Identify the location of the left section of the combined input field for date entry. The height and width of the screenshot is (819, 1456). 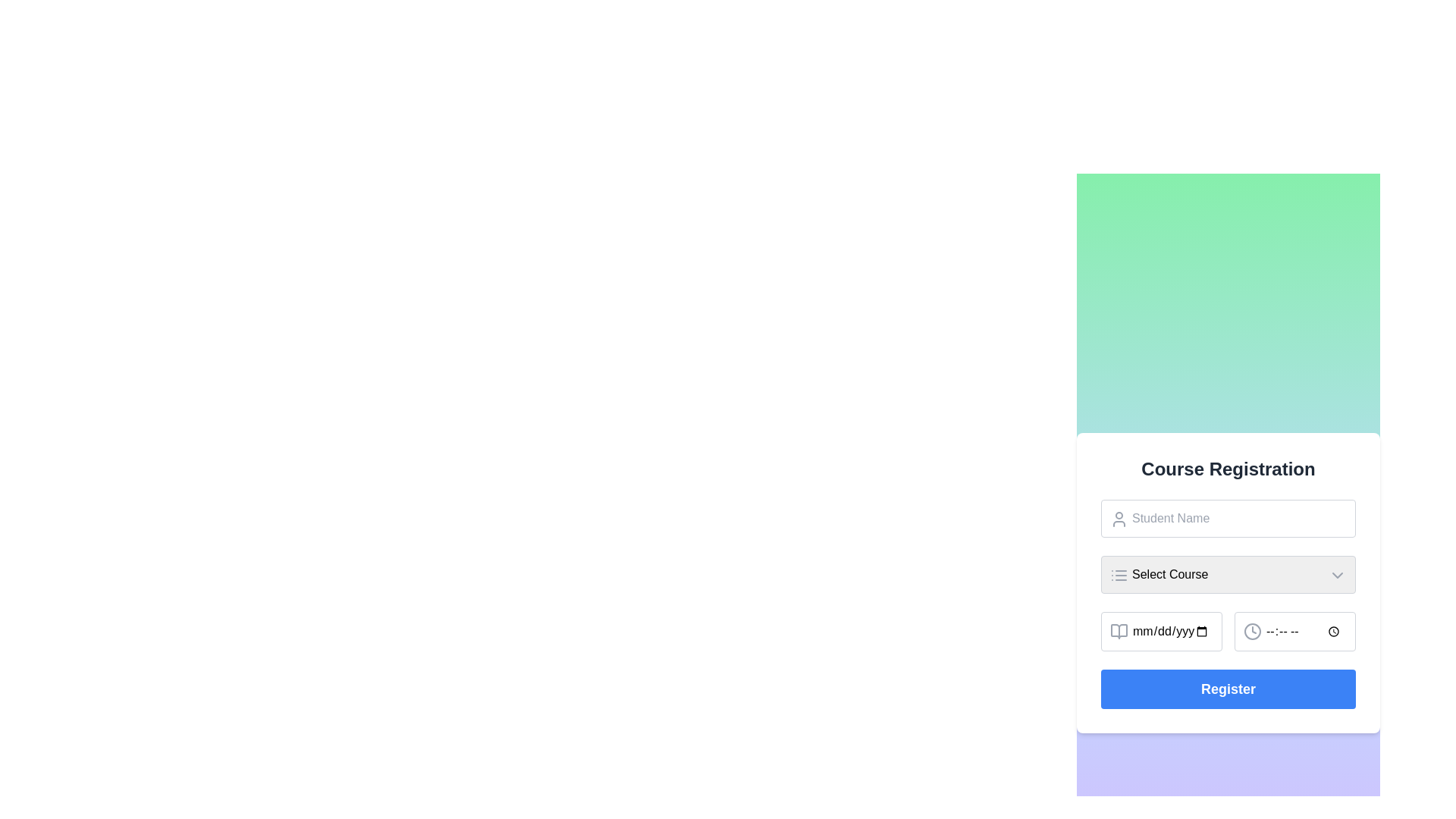
(1228, 632).